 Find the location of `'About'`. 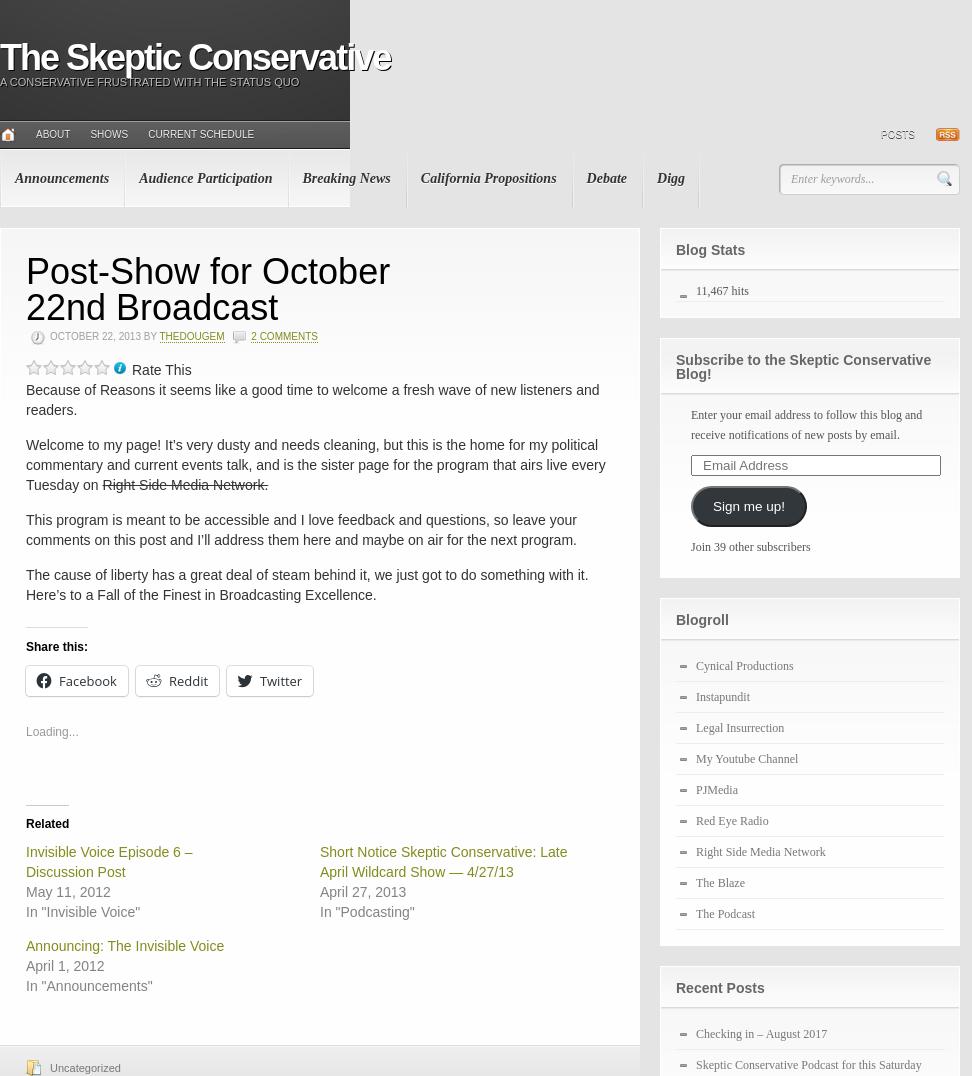

'About' is located at coordinates (52, 133).